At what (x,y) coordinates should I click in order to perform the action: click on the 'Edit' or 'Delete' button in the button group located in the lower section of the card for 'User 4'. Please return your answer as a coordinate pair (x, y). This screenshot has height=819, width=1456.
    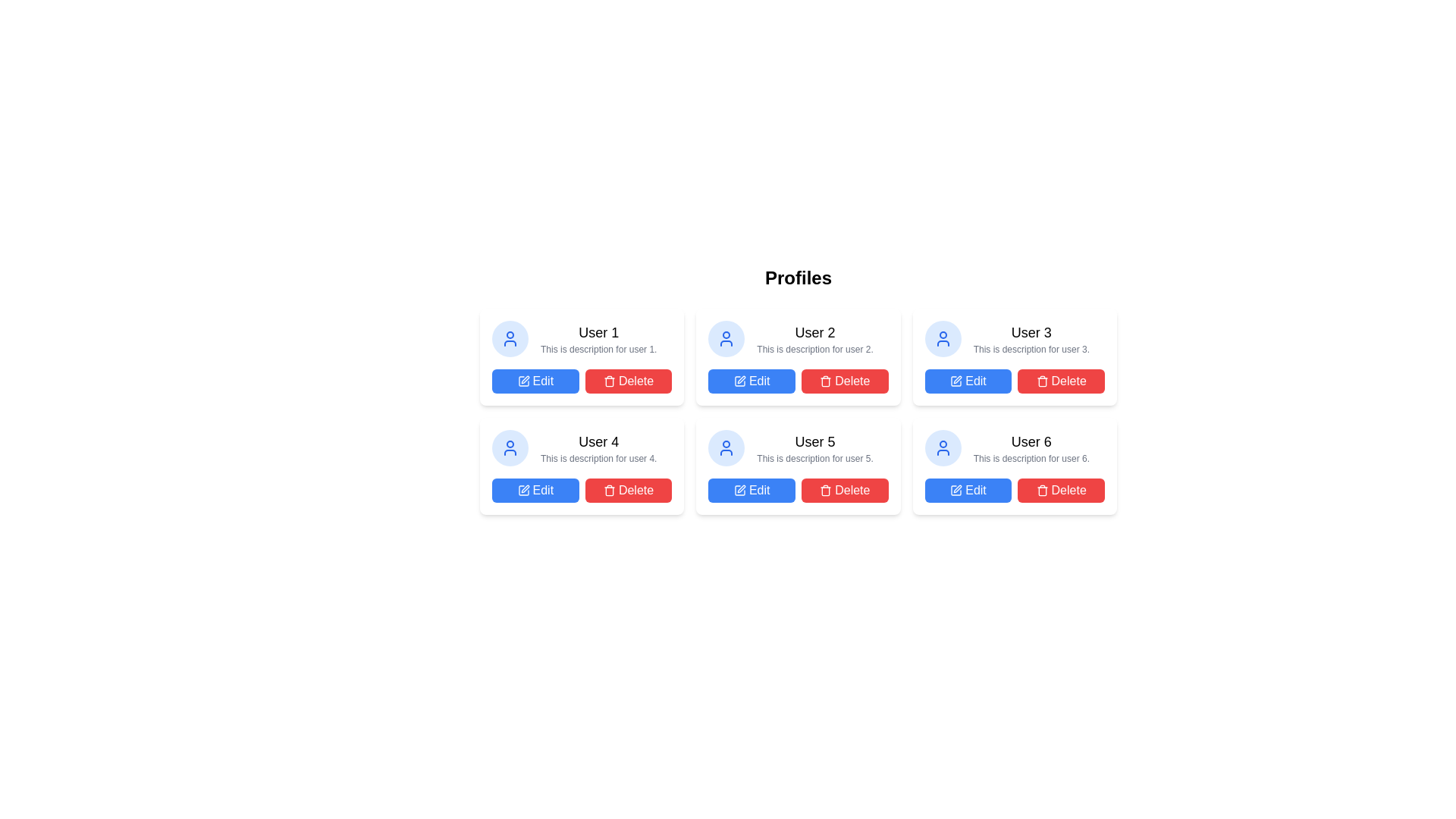
    Looking at the image, I should click on (581, 491).